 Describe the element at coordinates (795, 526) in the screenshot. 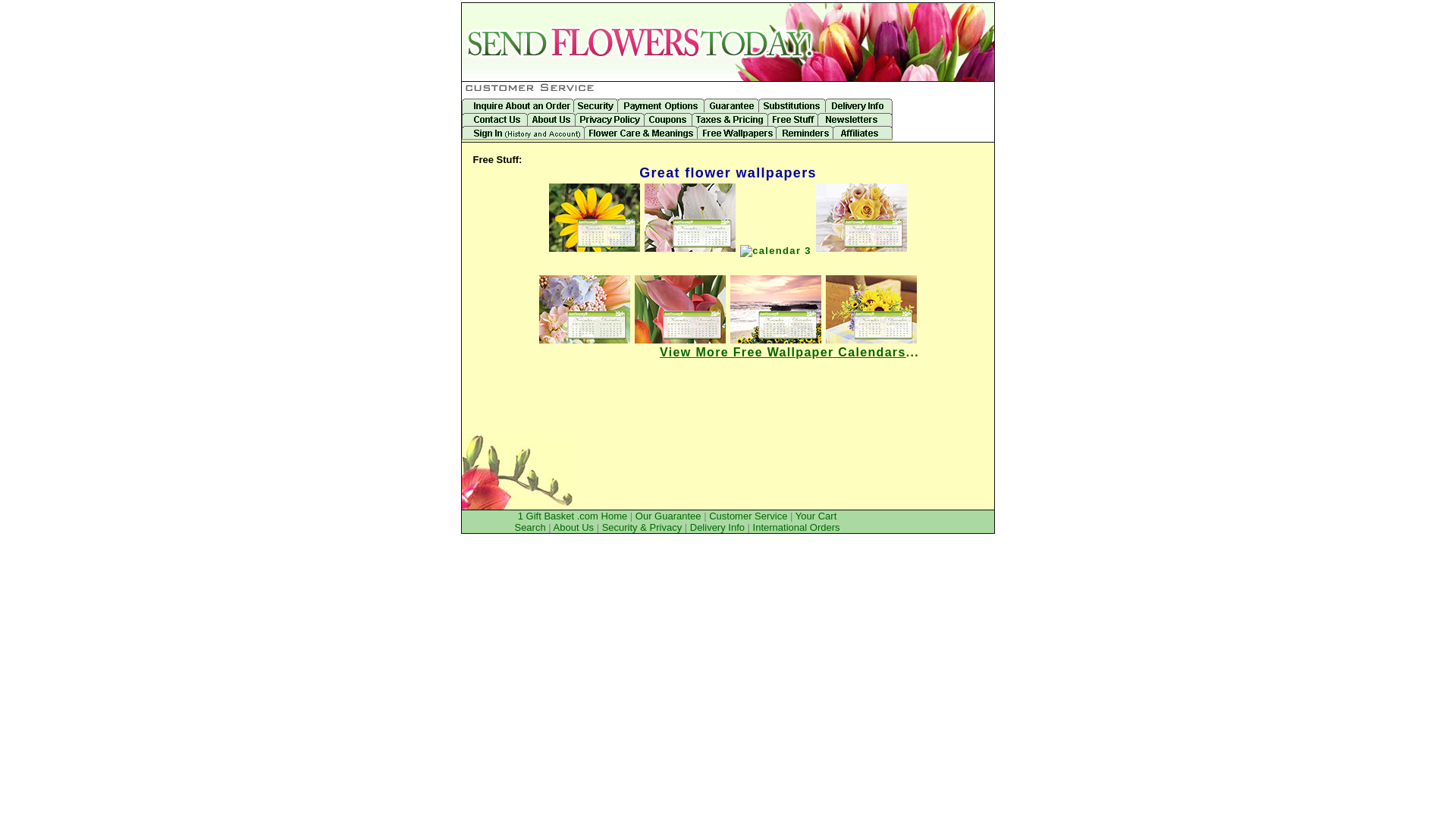

I see `'International Orders'` at that location.